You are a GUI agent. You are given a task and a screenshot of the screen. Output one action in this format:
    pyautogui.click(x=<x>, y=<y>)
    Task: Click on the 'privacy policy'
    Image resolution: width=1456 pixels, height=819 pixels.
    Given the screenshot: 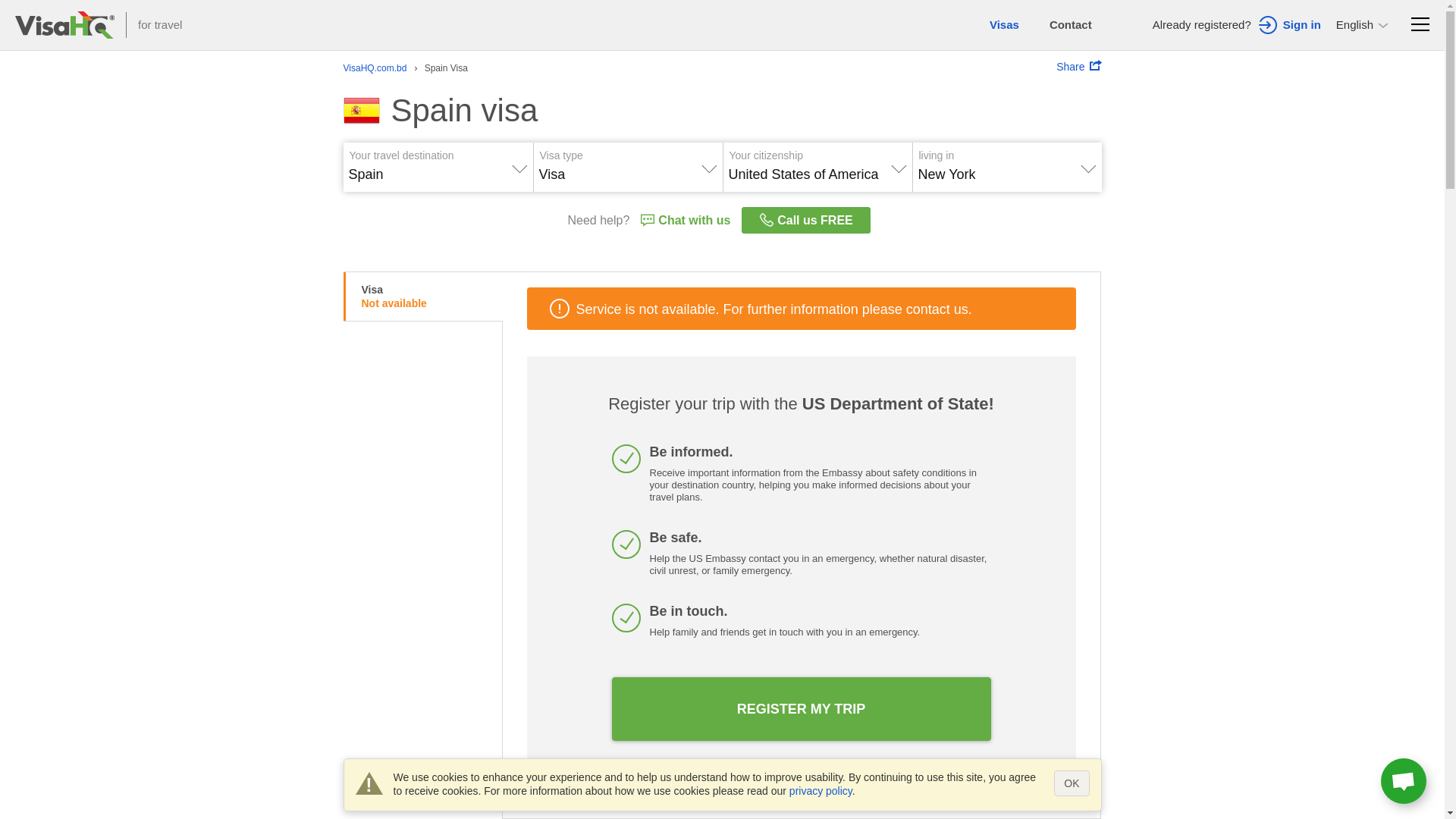 What is the action you would take?
    pyautogui.click(x=820, y=789)
    